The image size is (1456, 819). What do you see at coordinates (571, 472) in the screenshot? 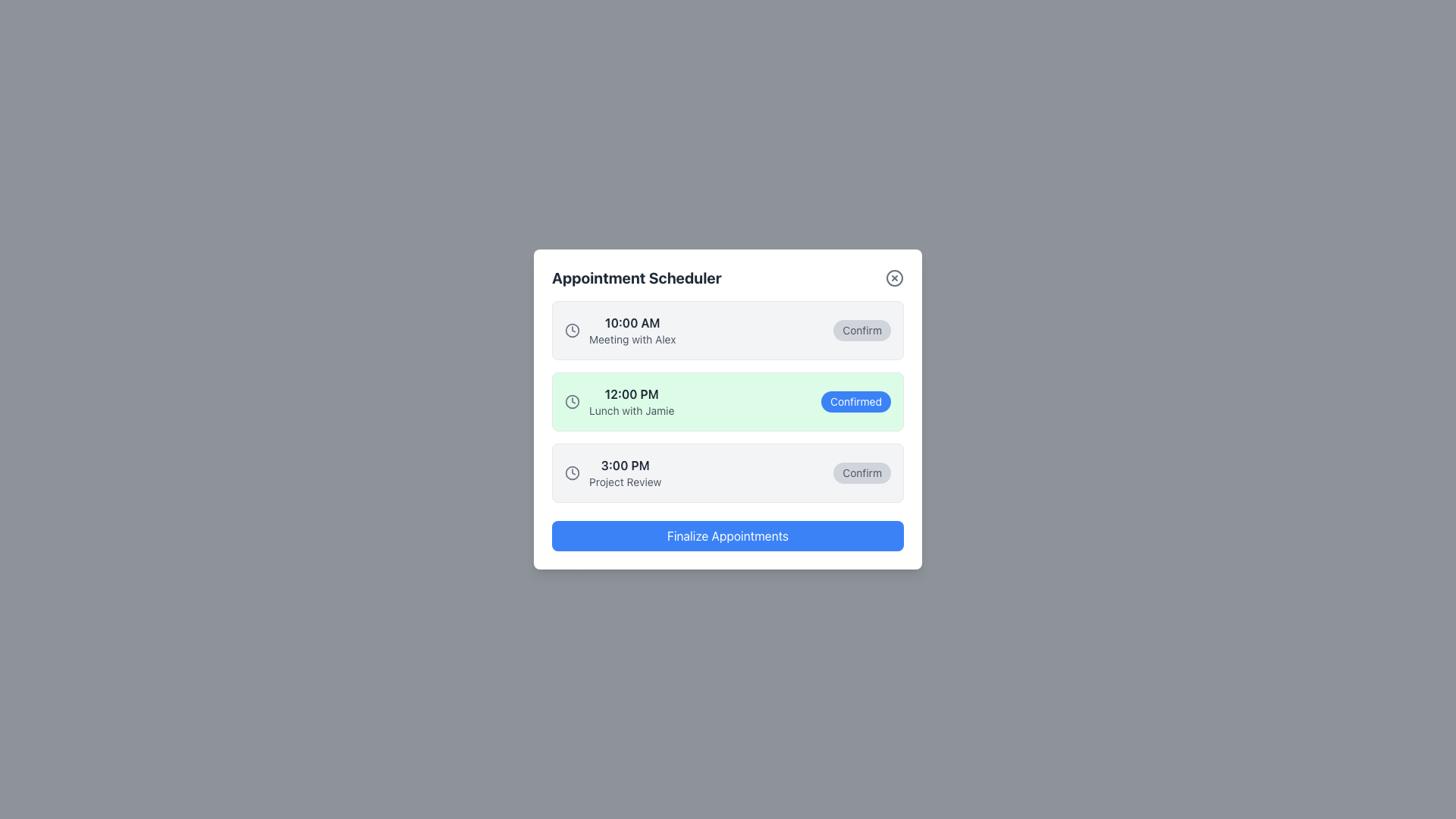
I see `the clock icon representing the time for the appointment entry '3:00 PM Project Review' in the appointment scheduler interface, located on the left side of the entry` at bounding box center [571, 472].